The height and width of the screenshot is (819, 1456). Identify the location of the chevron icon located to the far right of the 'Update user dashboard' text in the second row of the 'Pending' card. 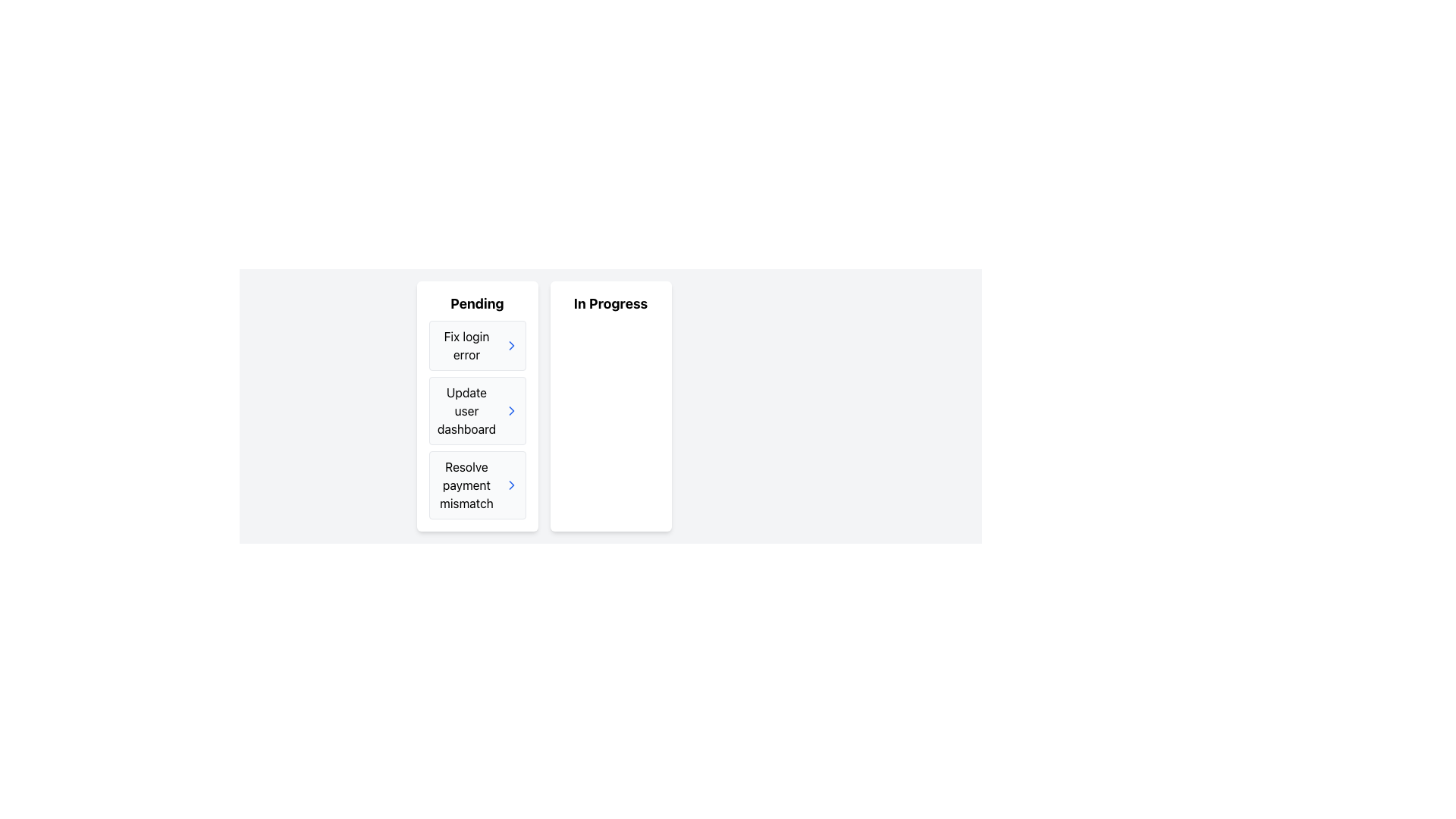
(511, 411).